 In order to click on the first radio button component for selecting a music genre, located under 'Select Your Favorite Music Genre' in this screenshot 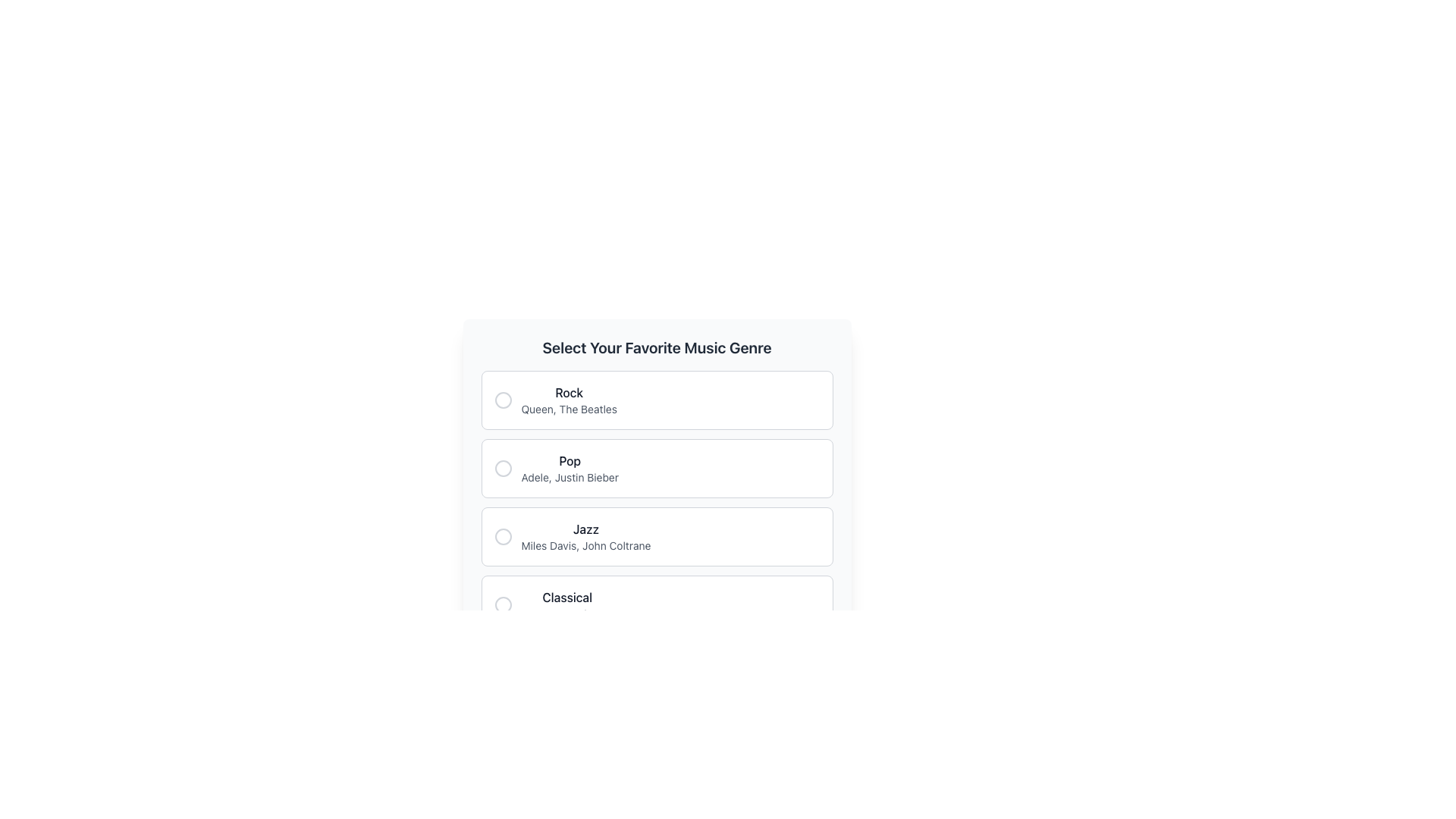, I will do `click(554, 400)`.